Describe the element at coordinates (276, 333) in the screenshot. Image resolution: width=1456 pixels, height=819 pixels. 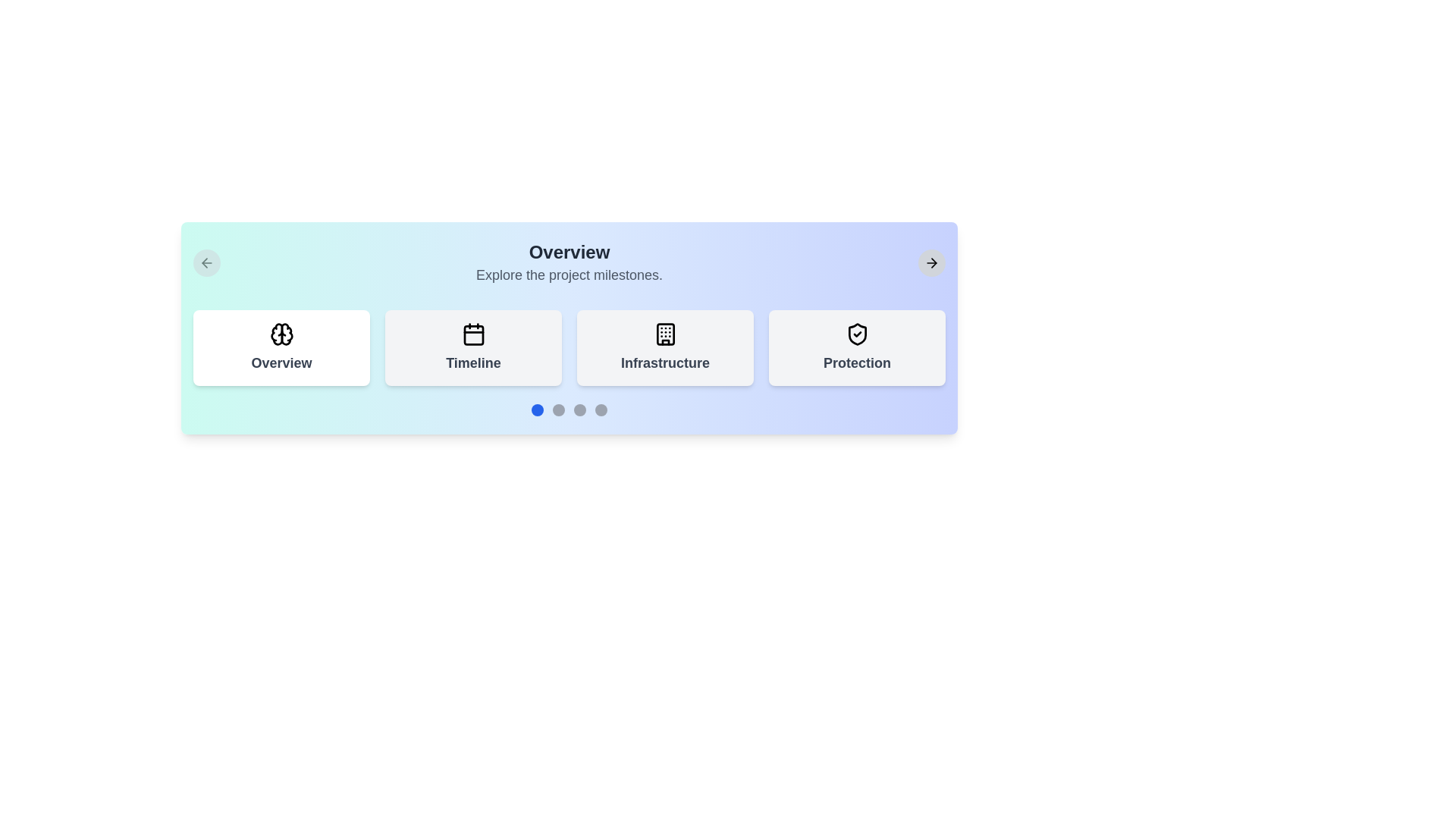
I see `the left hemisphere of the brain SVG element, which is part of the 'Overview' button located in the top-left area of a card layout` at that location.